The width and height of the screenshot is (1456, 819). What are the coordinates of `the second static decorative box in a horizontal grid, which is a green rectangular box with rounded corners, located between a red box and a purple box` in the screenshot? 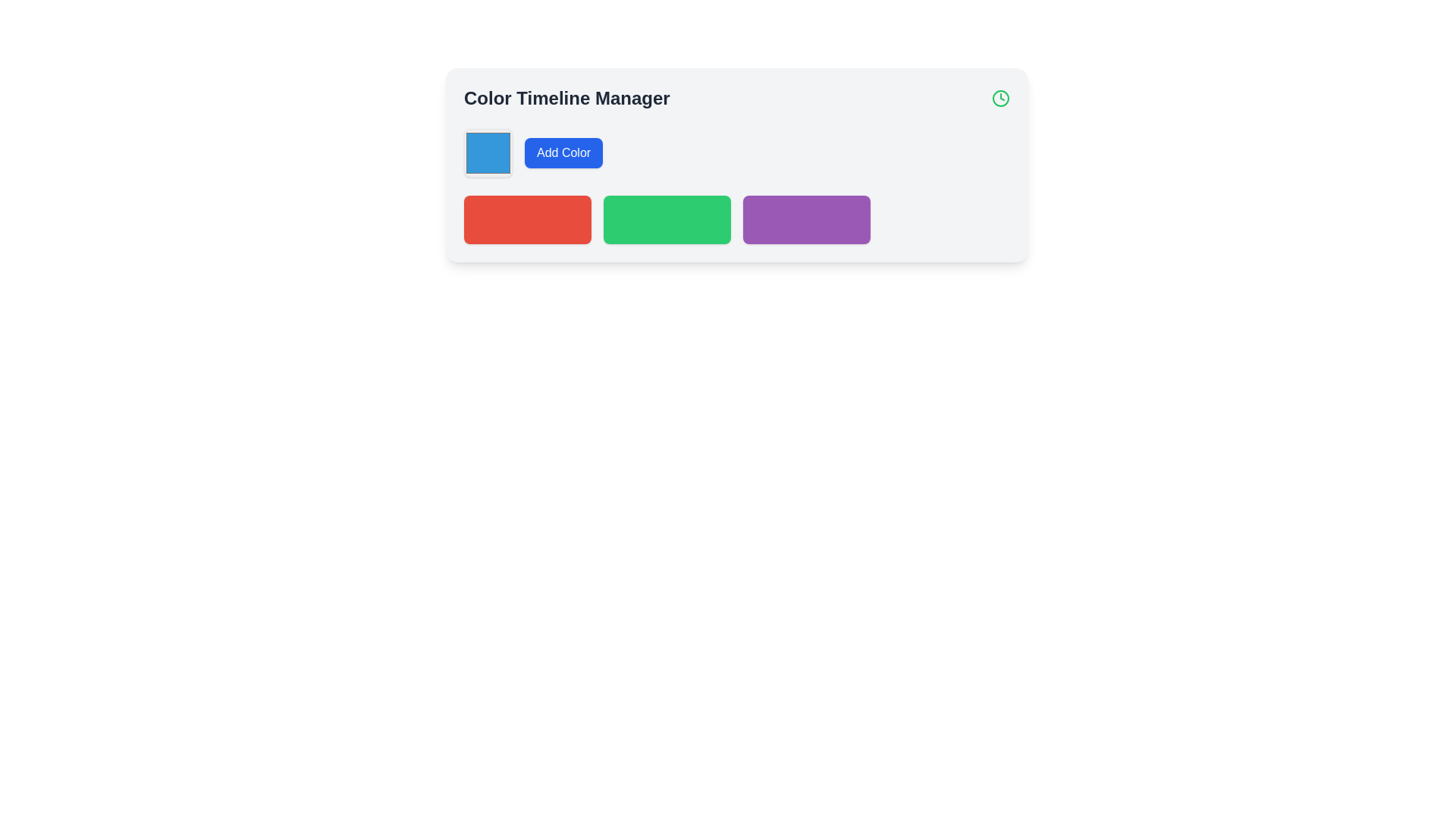 It's located at (667, 219).